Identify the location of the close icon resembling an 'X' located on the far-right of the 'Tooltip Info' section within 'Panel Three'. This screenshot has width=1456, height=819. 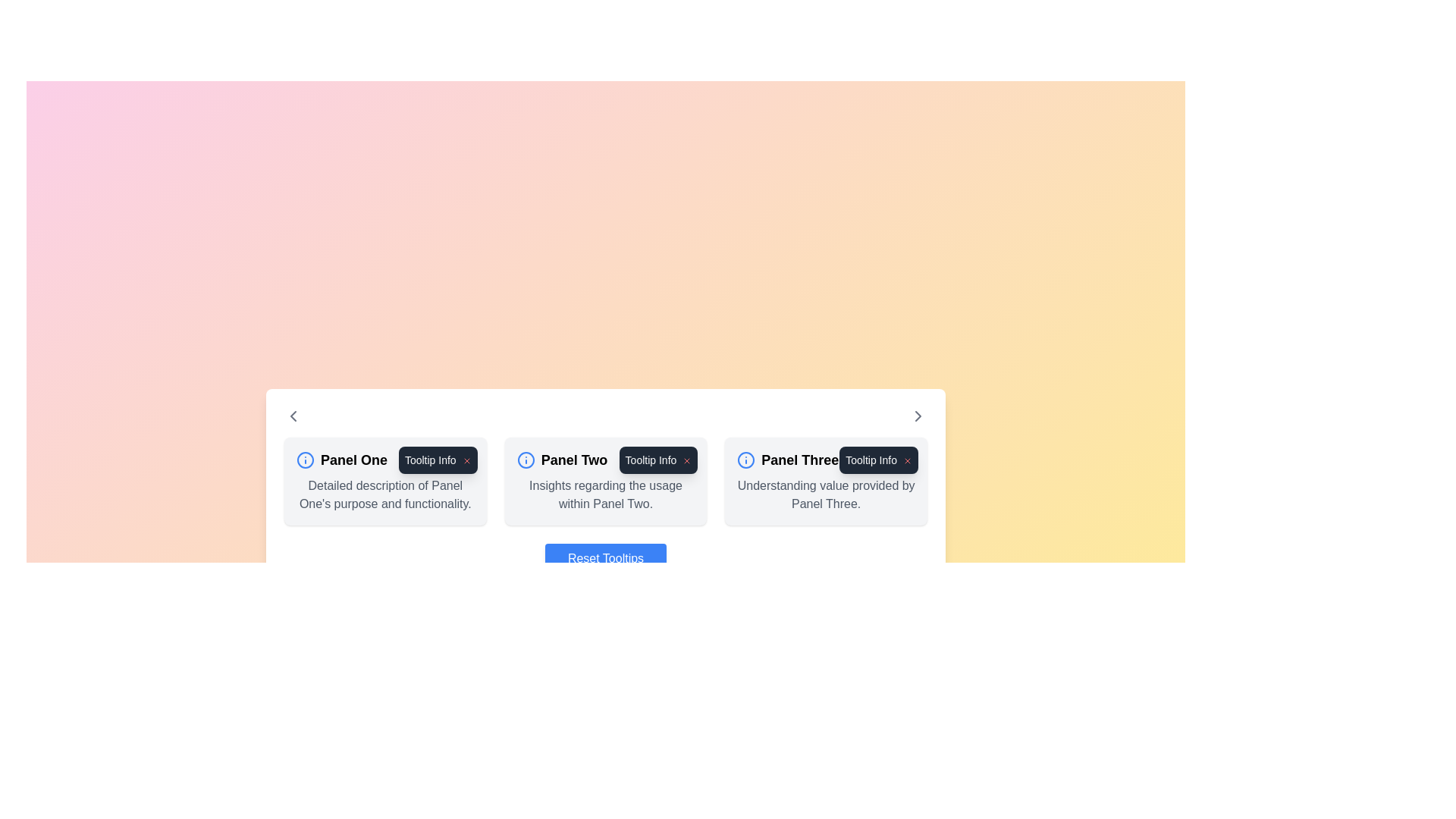
(907, 460).